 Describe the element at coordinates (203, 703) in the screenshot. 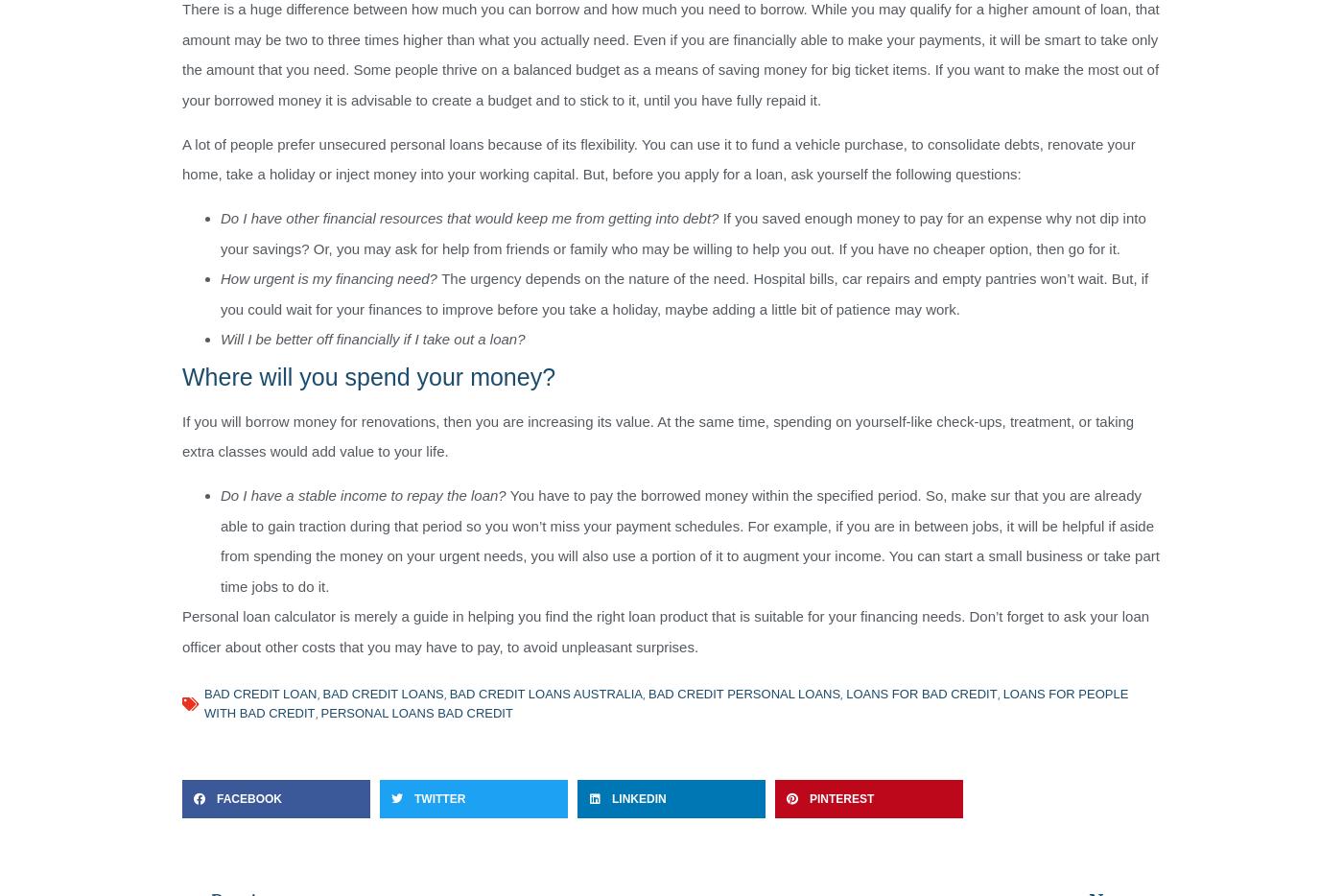

I see `'loans for people with bad credit'` at that location.